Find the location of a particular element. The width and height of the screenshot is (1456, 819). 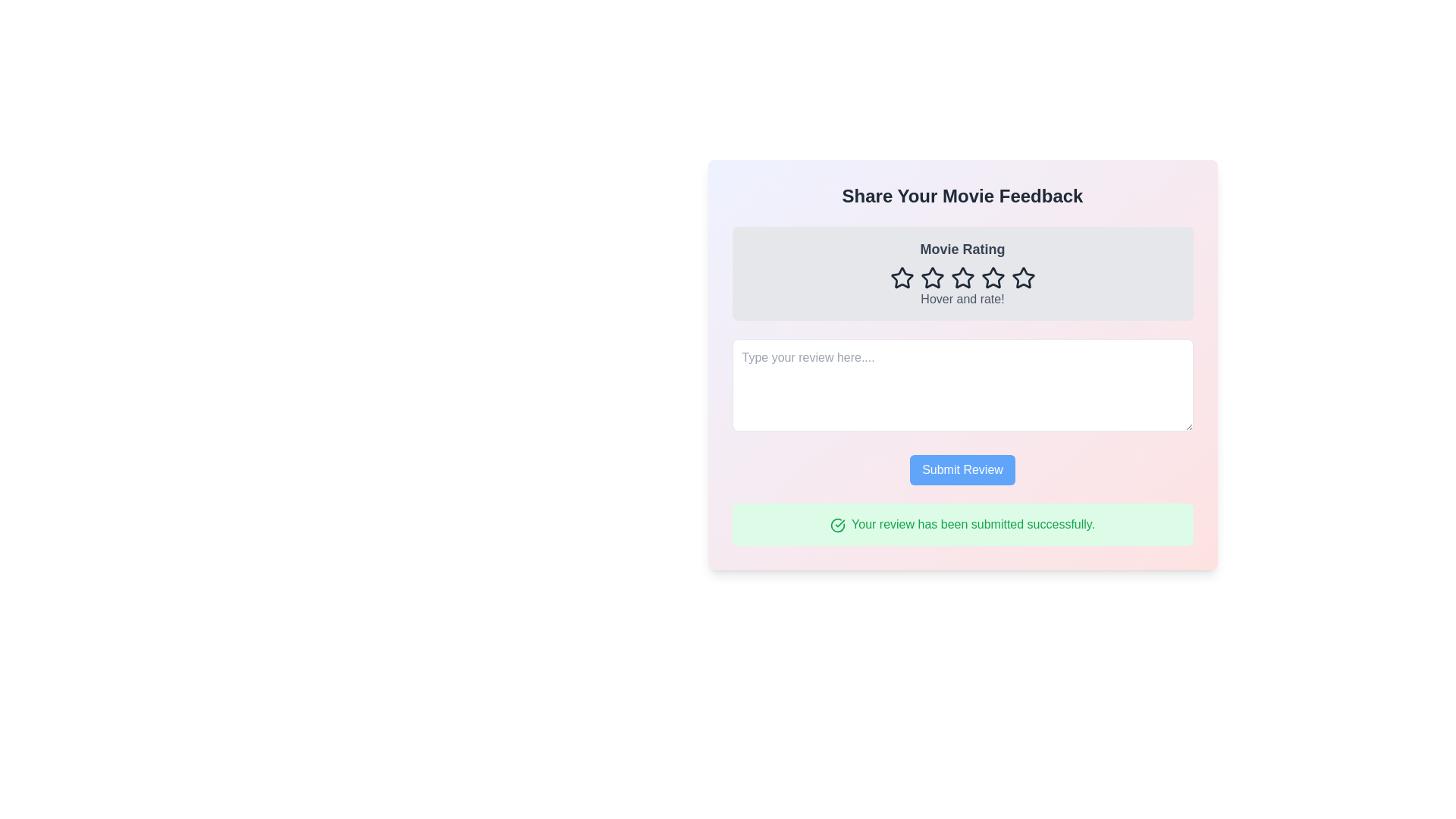

on the third rating star icon in the Movie Rating section of the feedback form is located at coordinates (931, 278).